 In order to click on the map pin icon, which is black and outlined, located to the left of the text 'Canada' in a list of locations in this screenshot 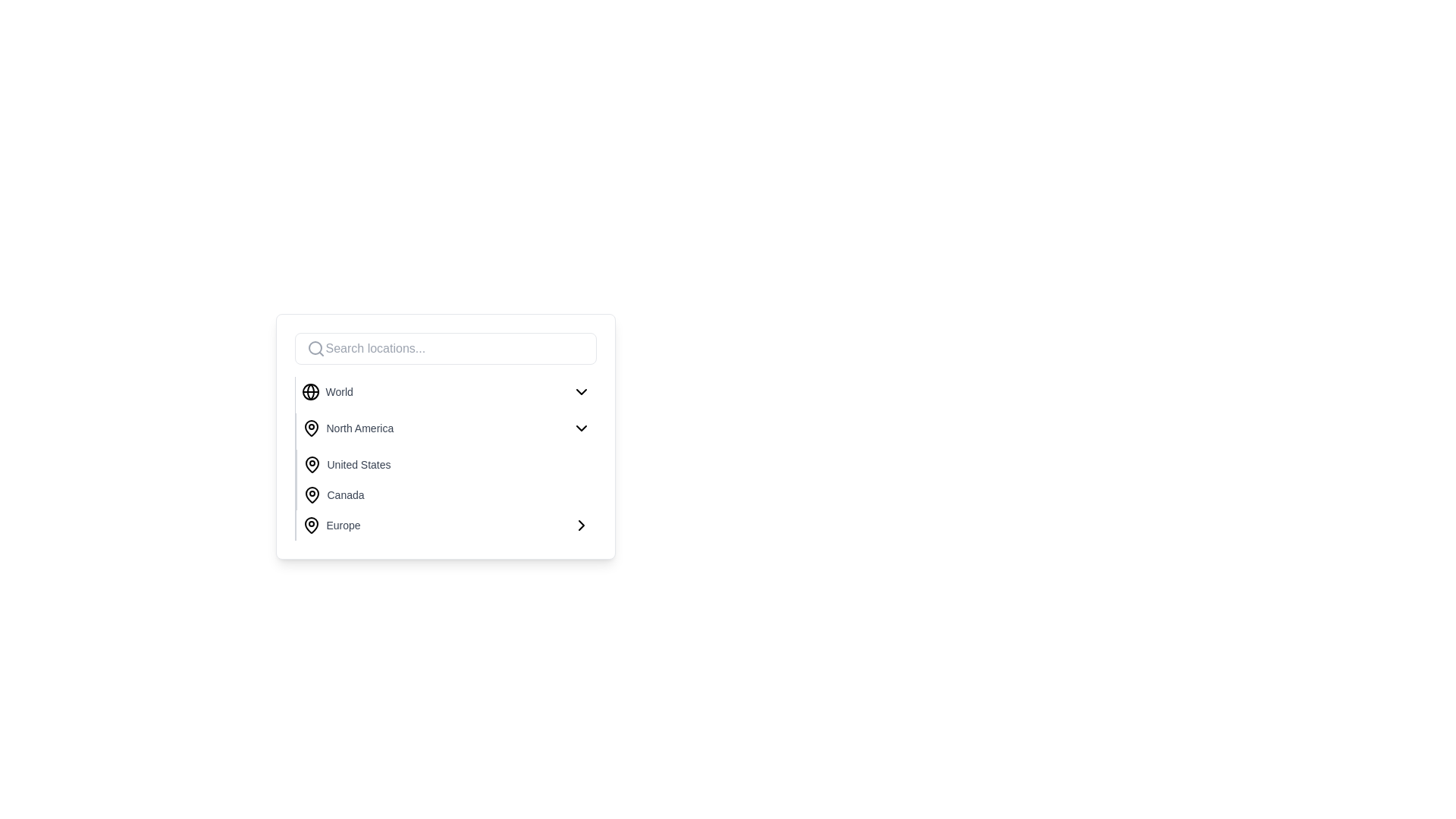, I will do `click(311, 494)`.